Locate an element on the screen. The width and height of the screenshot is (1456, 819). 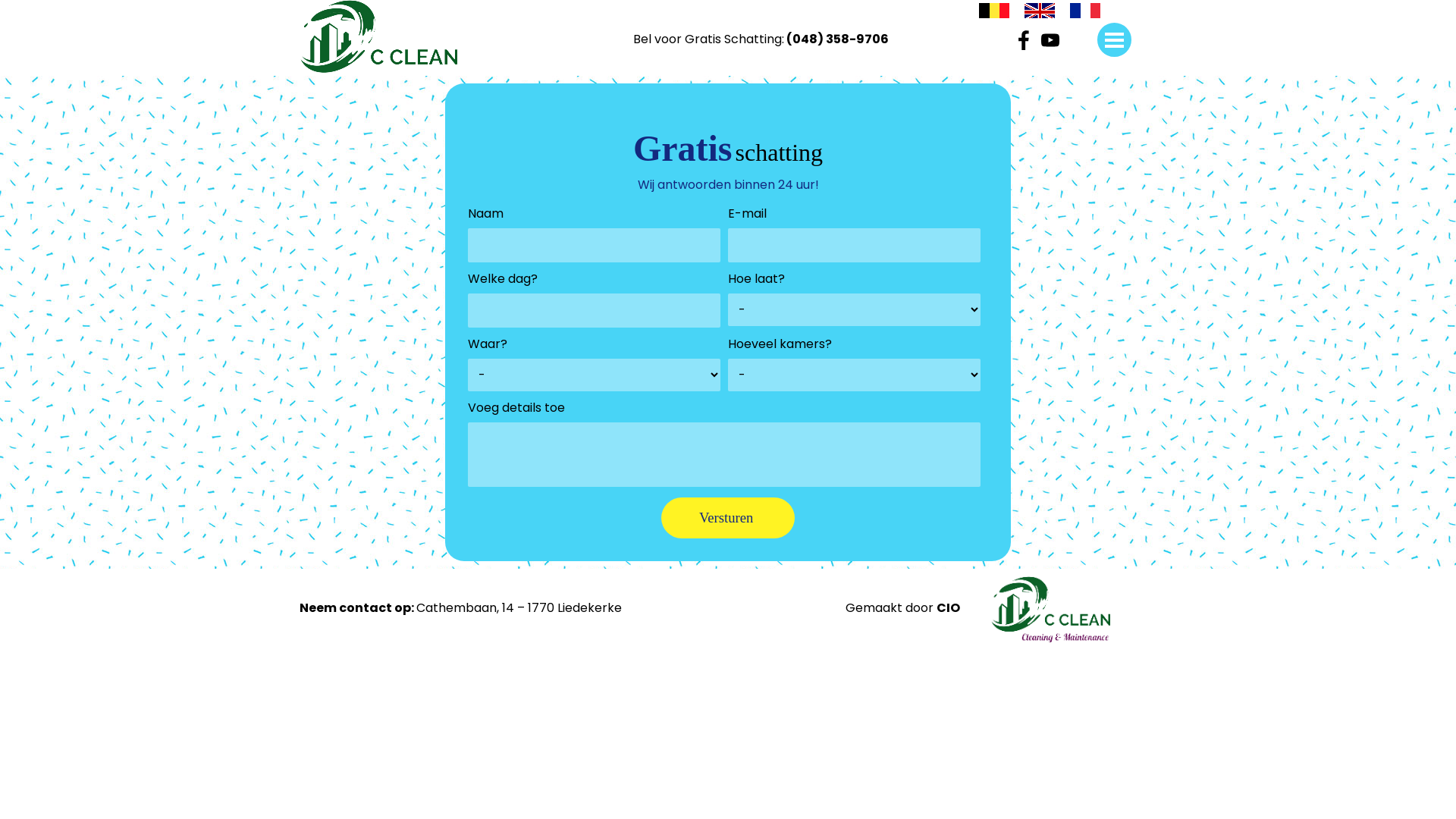
'(' is located at coordinates (789, 38).